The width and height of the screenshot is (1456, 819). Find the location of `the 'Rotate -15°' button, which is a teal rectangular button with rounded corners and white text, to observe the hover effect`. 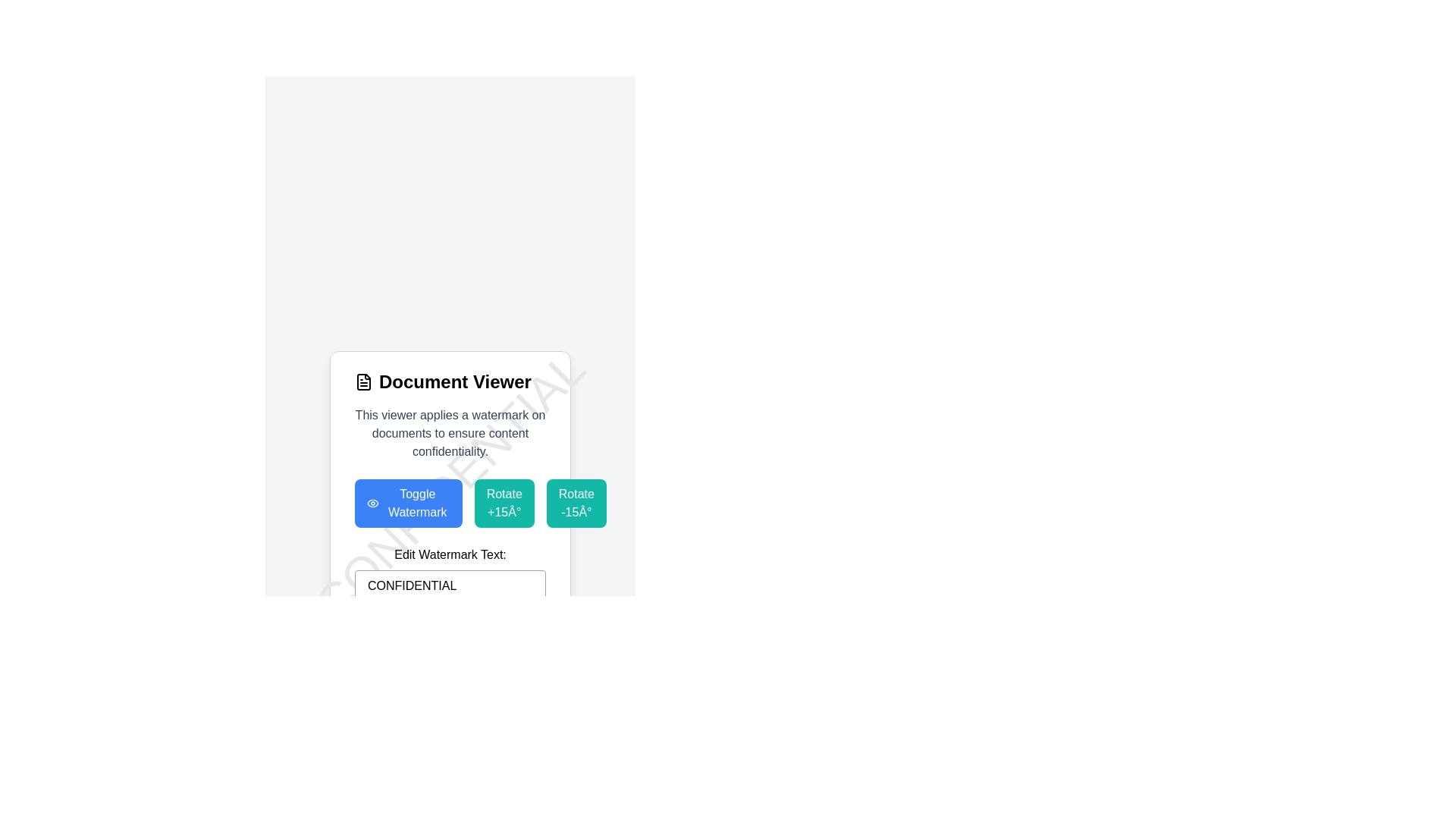

the 'Rotate -15°' button, which is a teal rectangular button with rounded corners and white text, to observe the hover effect is located at coordinates (576, 503).